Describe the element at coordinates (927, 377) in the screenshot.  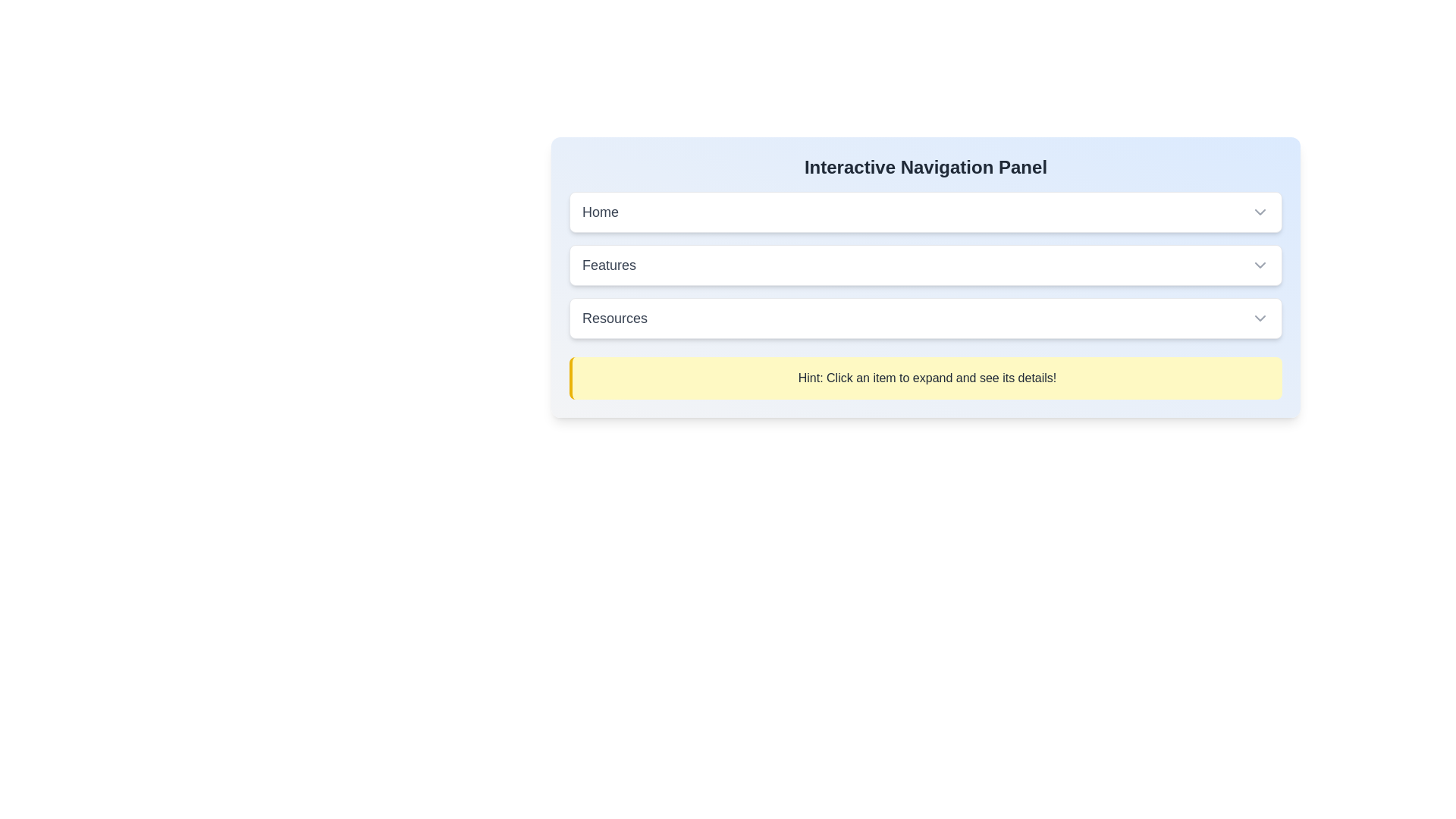
I see `the text display that shows the message 'Hint: Click an item to expand and see its details!' which is styled in gray and located within a yellow background box below the 'Resources' dropdown` at that location.